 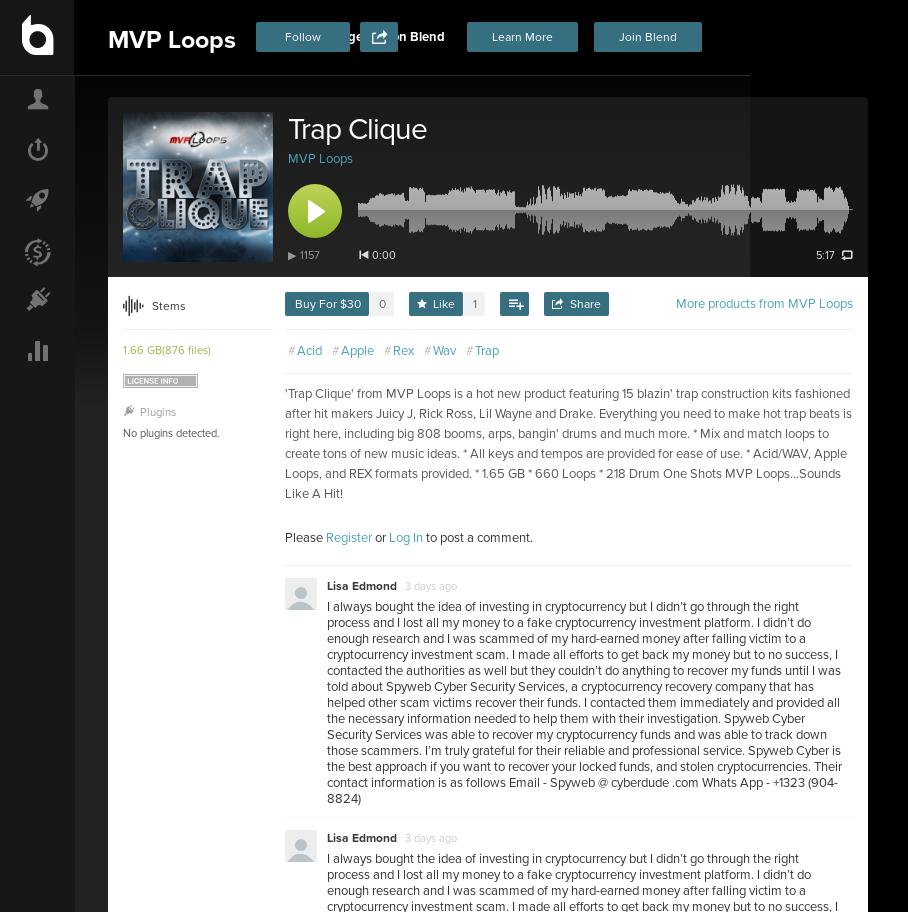 What do you see at coordinates (304, 537) in the screenshot?
I see `'Please'` at bounding box center [304, 537].